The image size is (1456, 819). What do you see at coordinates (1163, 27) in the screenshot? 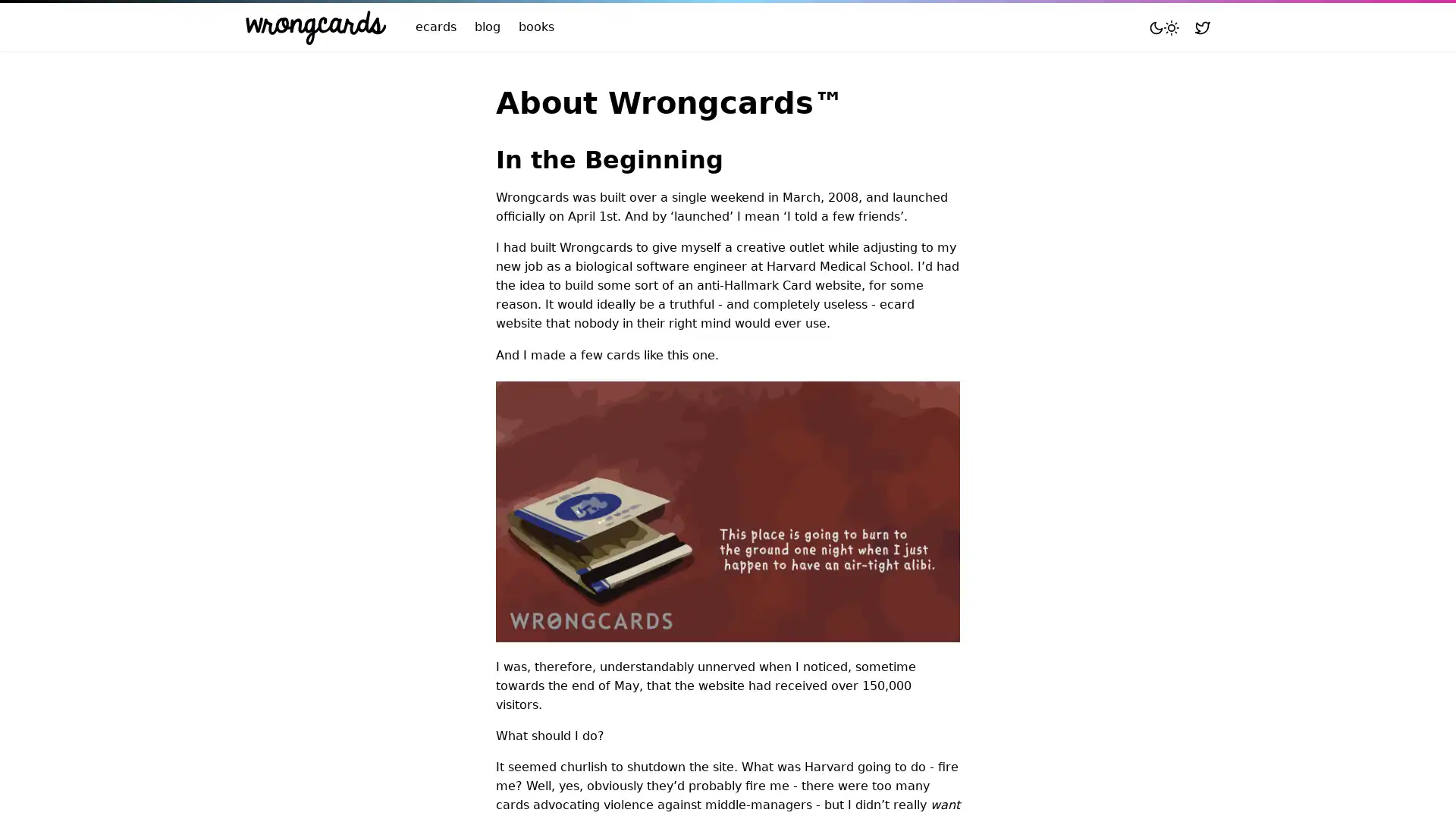
I see `Toggle mode` at bounding box center [1163, 27].